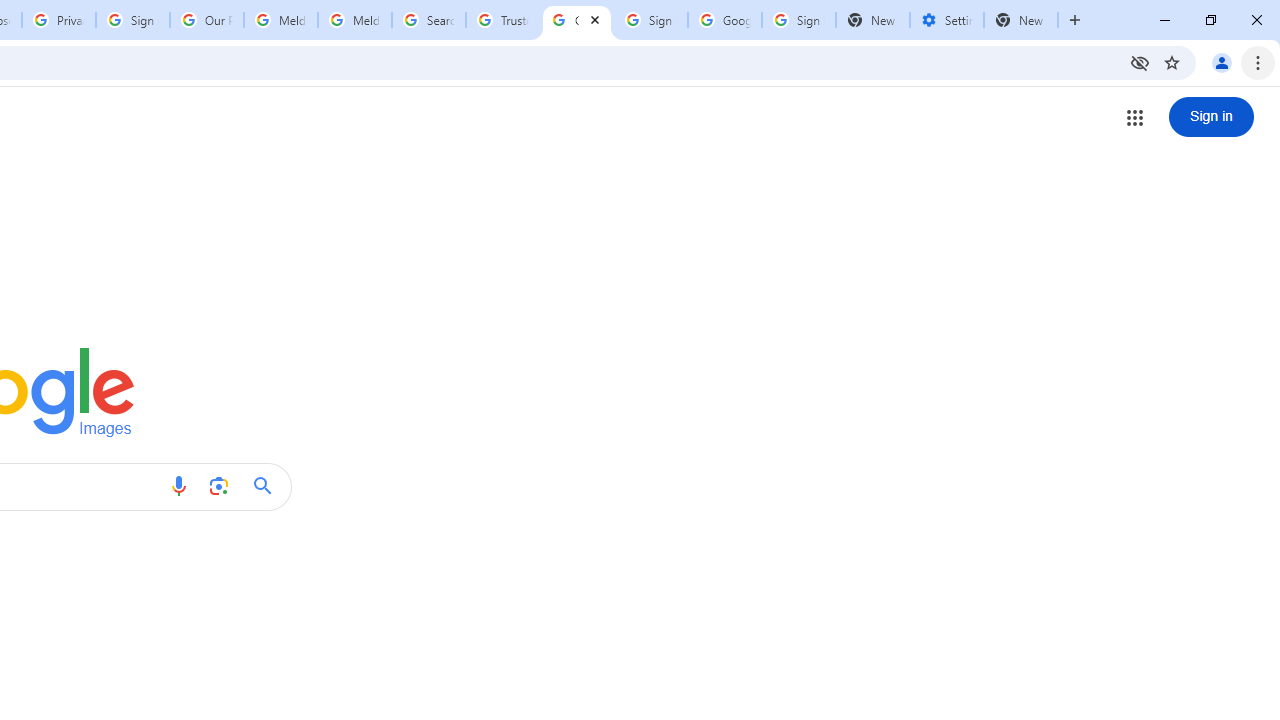 The width and height of the screenshot is (1280, 720). What do you see at coordinates (1021, 20) in the screenshot?
I see `'New Tab'` at bounding box center [1021, 20].